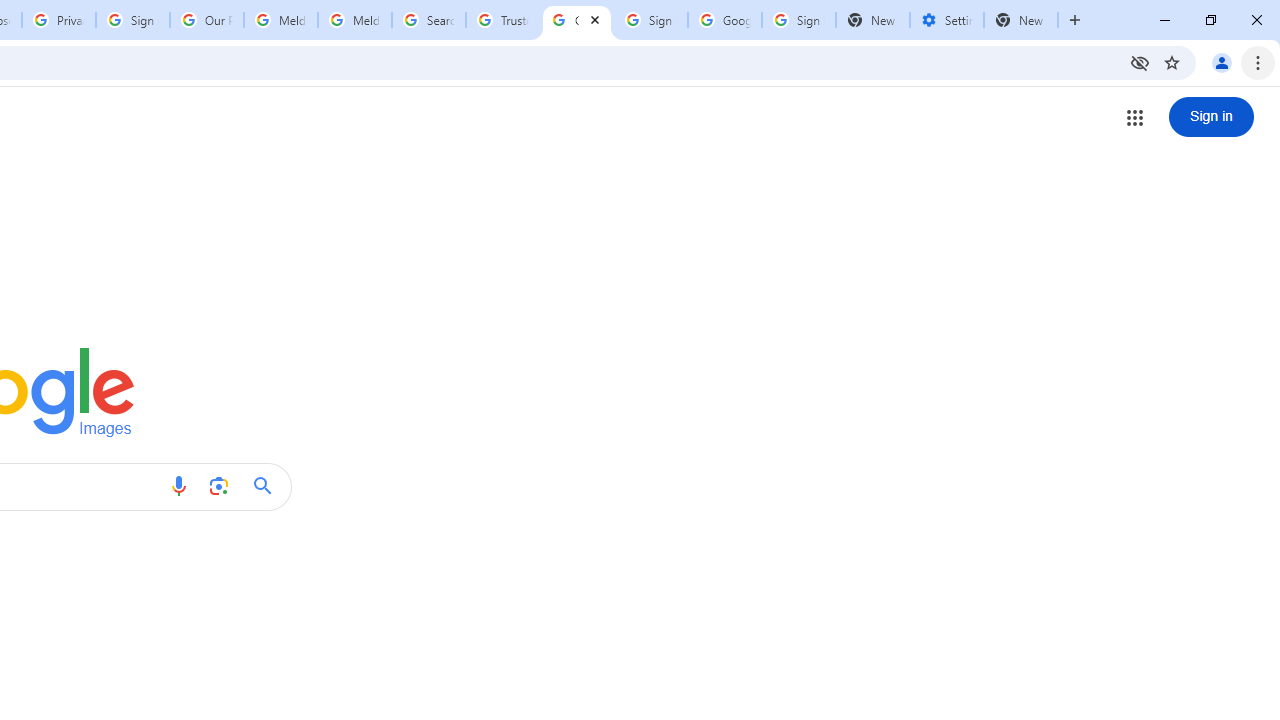 The width and height of the screenshot is (1280, 720). What do you see at coordinates (1021, 20) in the screenshot?
I see `'New Tab'` at bounding box center [1021, 20].